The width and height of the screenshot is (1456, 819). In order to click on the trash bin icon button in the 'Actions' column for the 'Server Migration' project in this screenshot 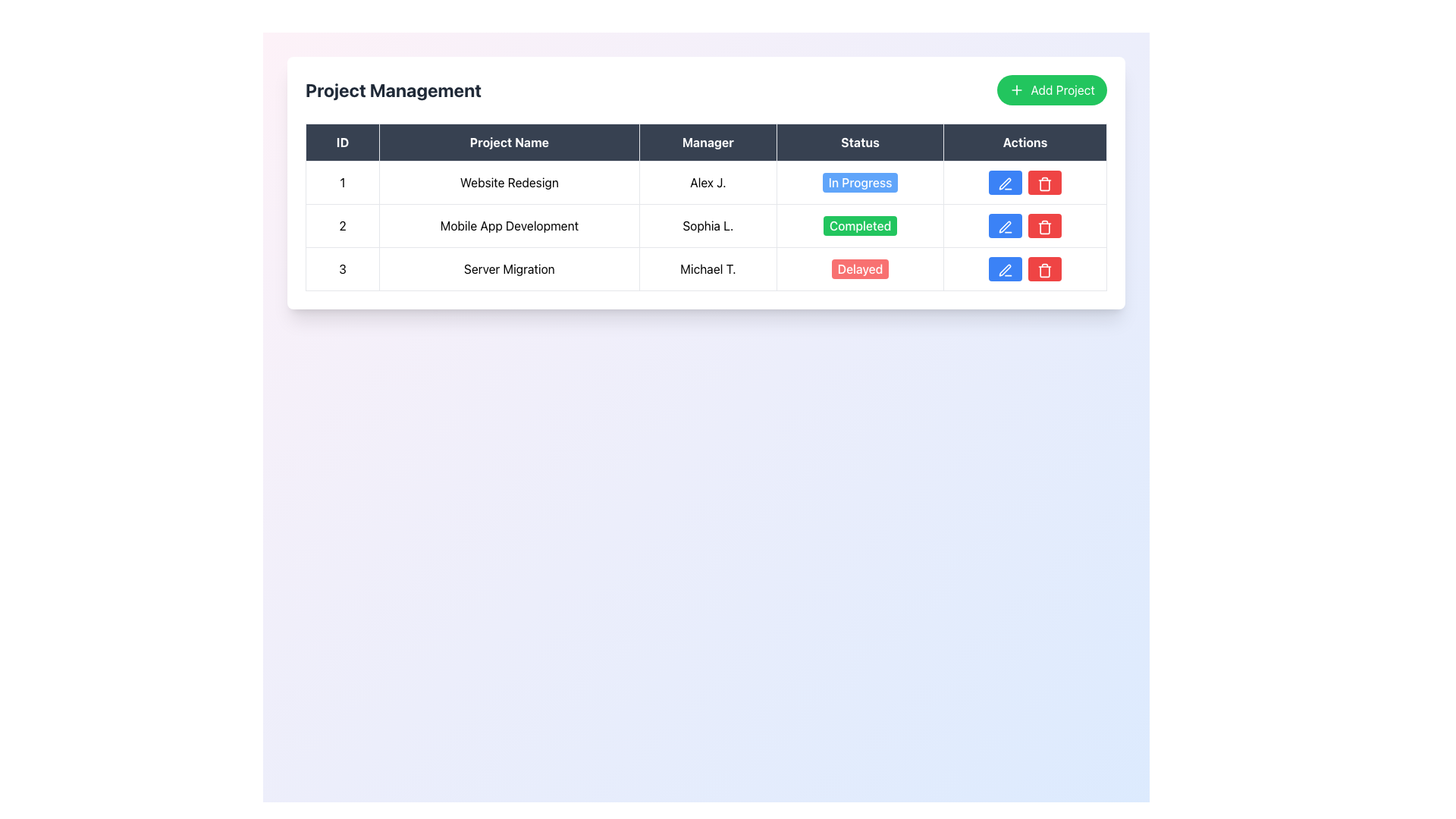, I will do `click(1043, 227)`.